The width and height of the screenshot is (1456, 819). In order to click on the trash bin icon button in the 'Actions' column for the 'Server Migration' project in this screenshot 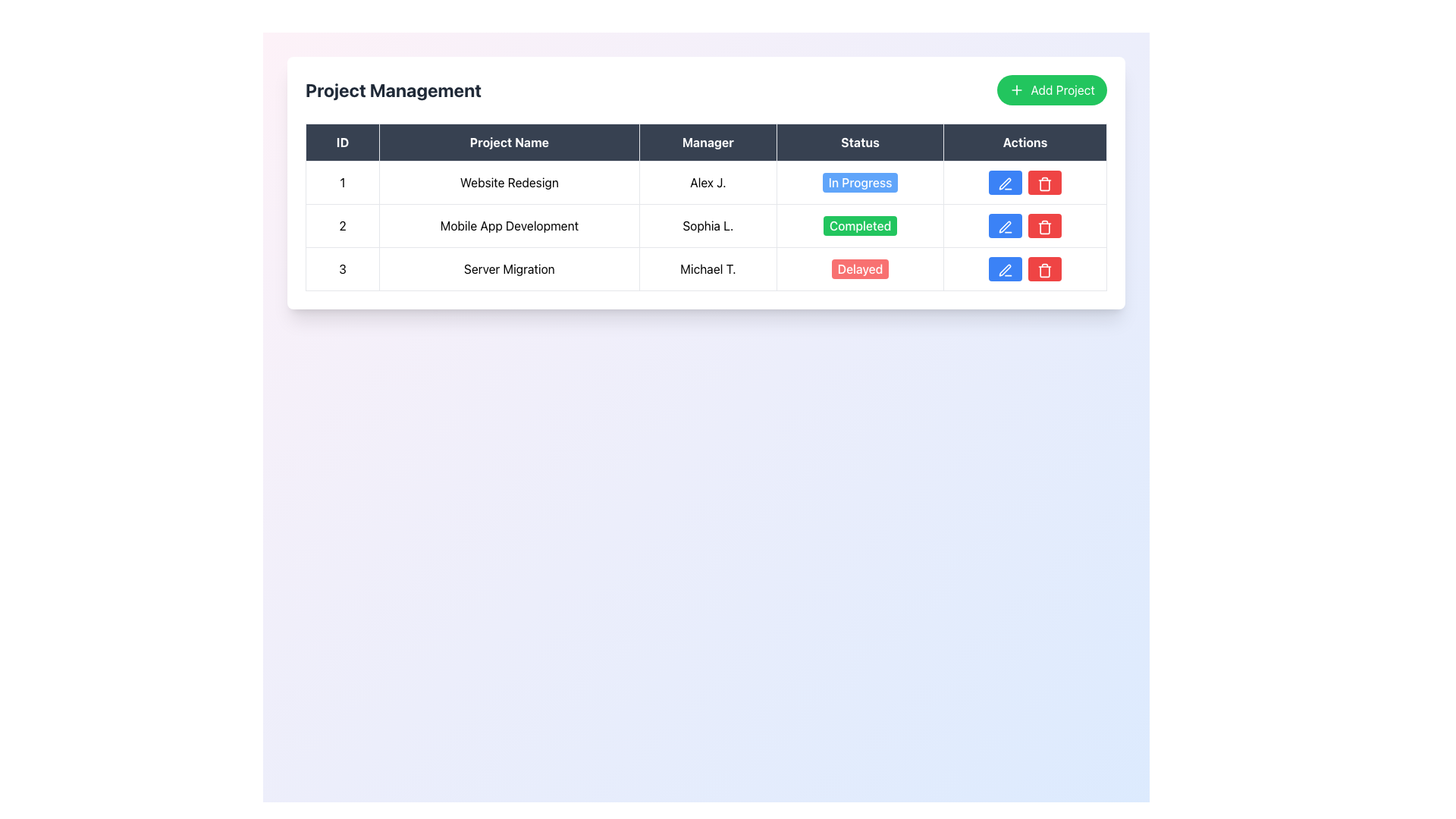, I will do `click(1043, 227)`.